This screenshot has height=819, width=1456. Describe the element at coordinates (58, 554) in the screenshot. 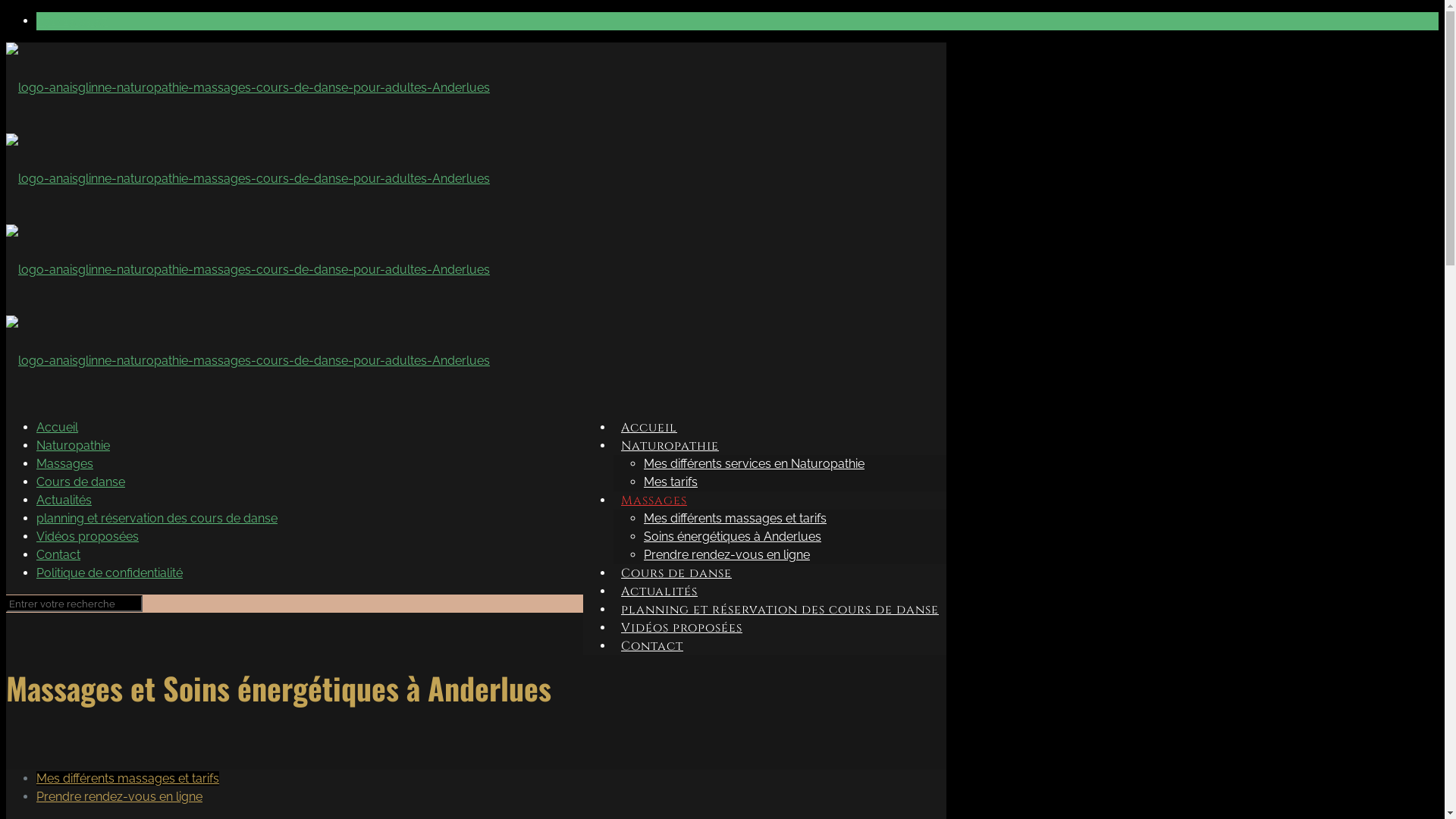

I see `'Contact'` at that location.